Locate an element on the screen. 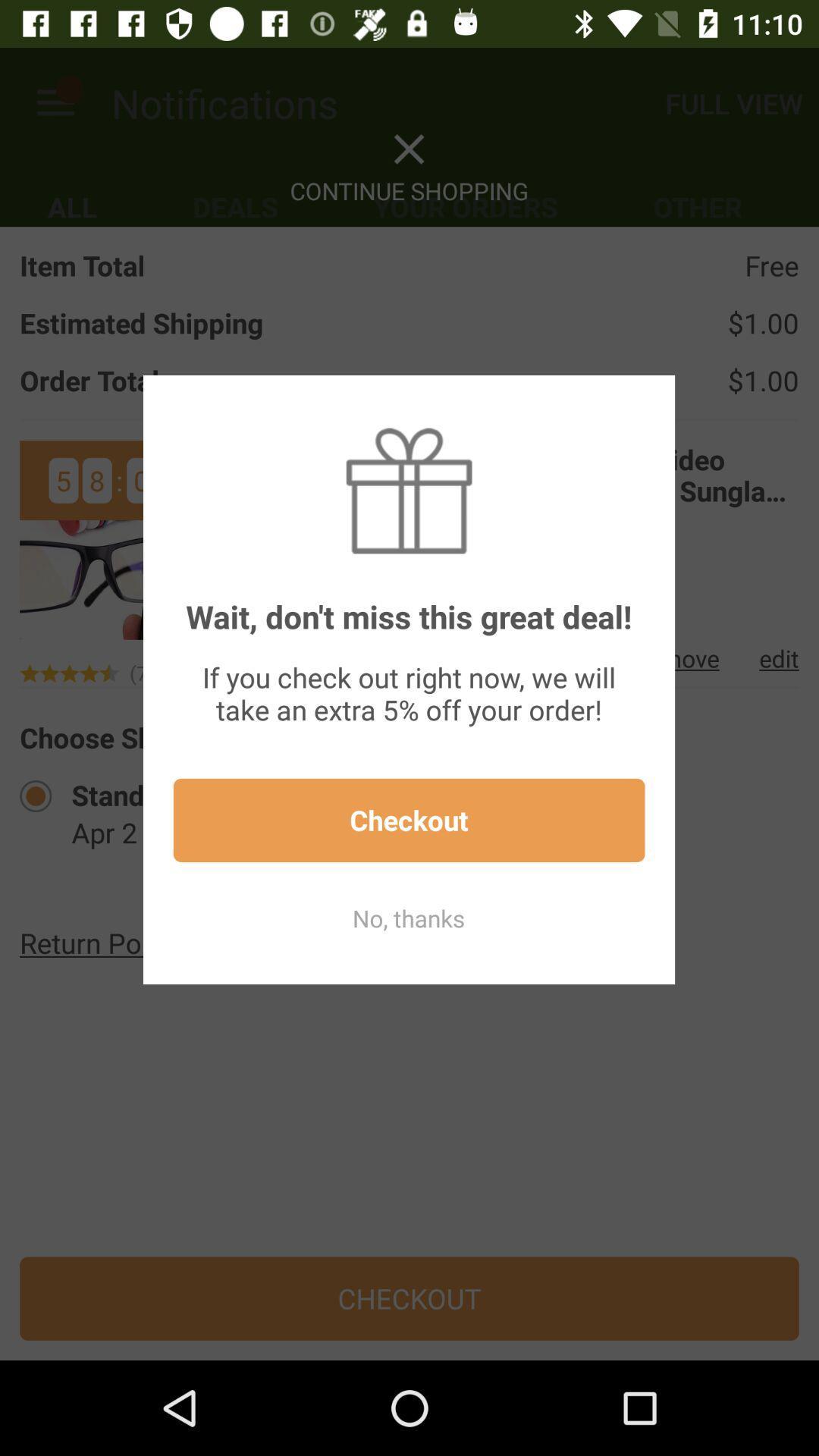 This screenshot has height=1456, width=819. the item below the if you check is located at coordinates (408, 819).